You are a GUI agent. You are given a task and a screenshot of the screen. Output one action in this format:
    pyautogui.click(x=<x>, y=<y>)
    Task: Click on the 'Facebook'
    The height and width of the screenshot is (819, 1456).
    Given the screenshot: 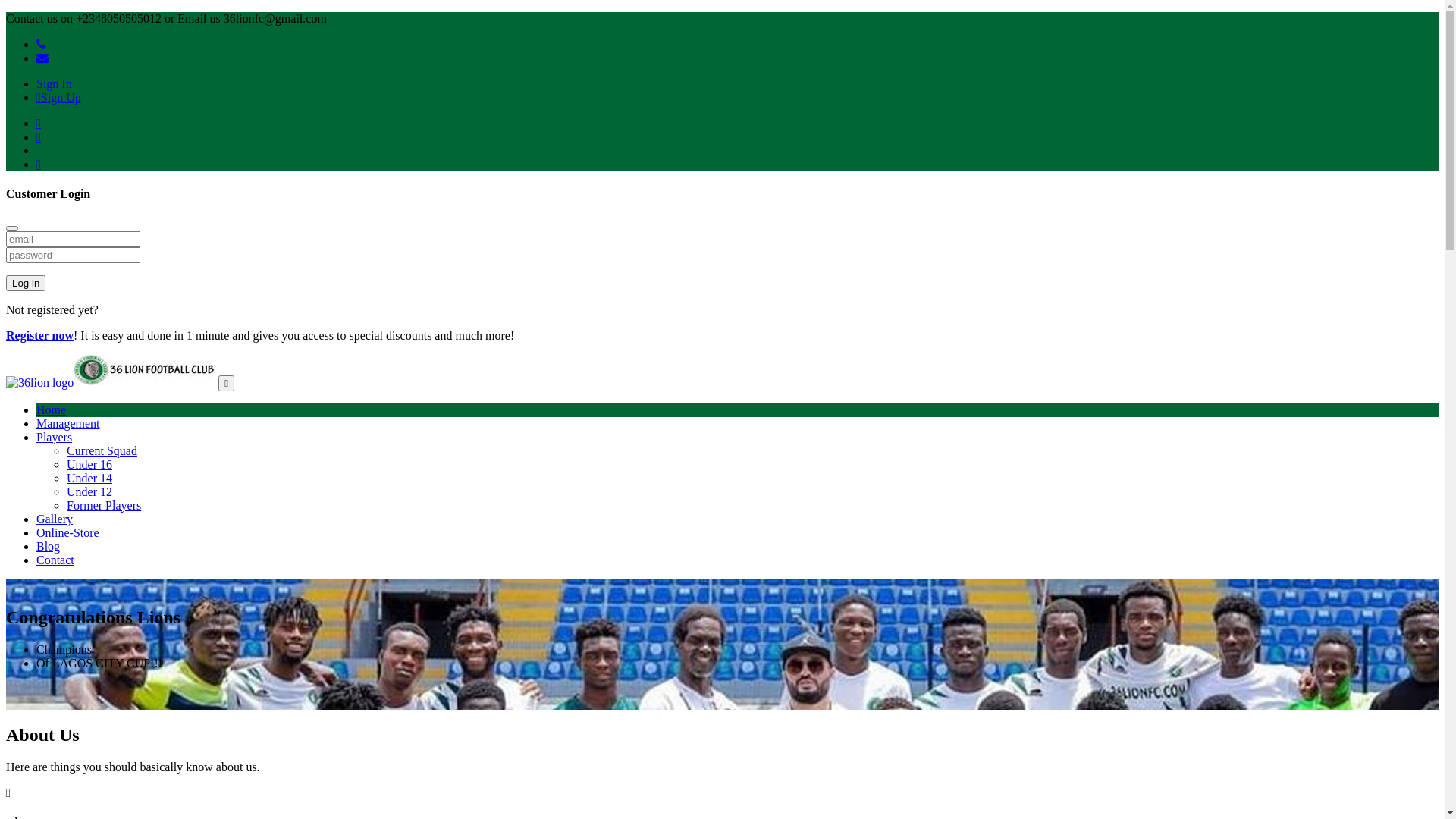 What is the action you would take?
    pyautogui.click(x=36, y=122)
    